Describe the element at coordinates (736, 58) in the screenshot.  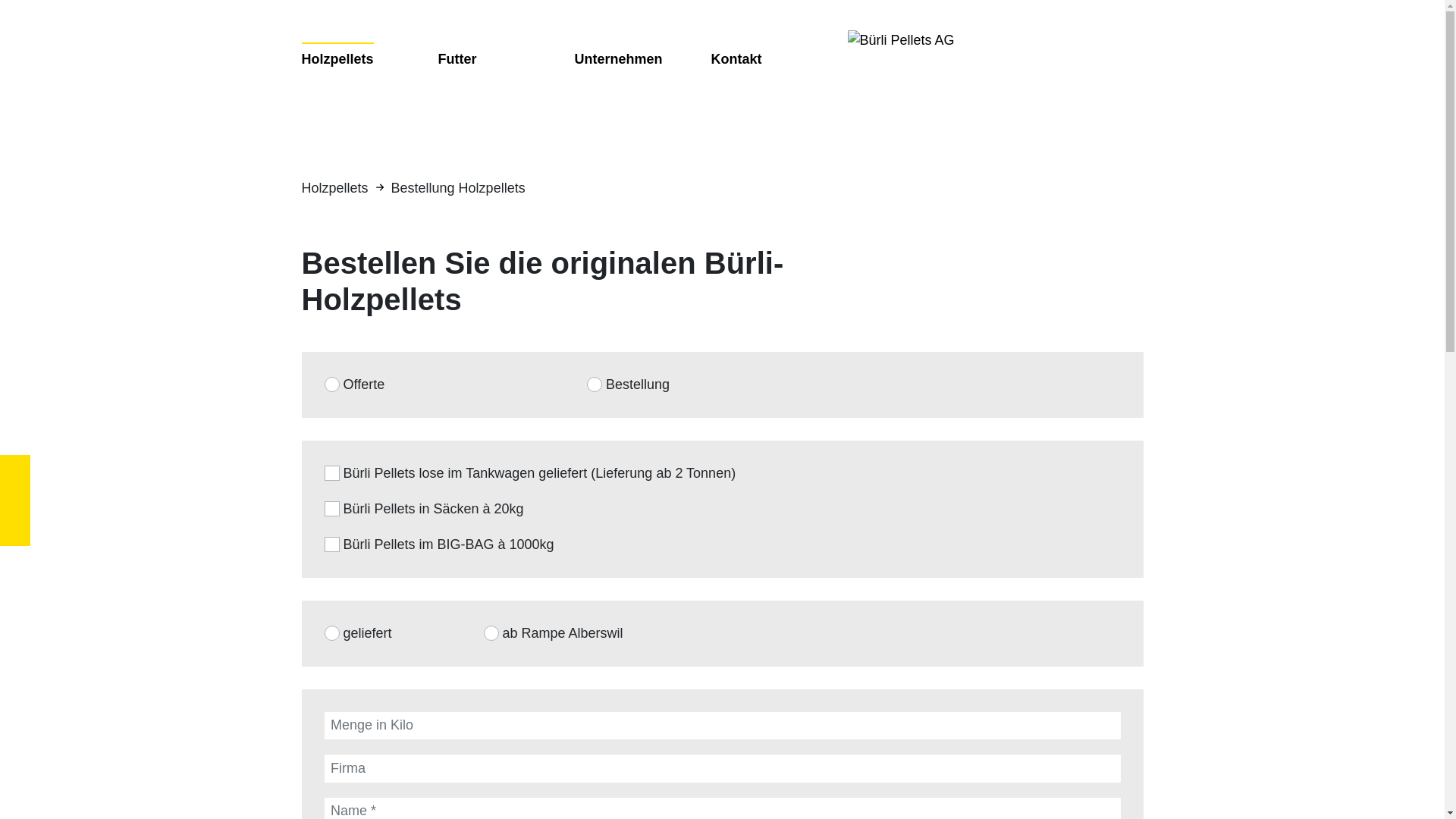
I see `'Kontakt'` at that location.